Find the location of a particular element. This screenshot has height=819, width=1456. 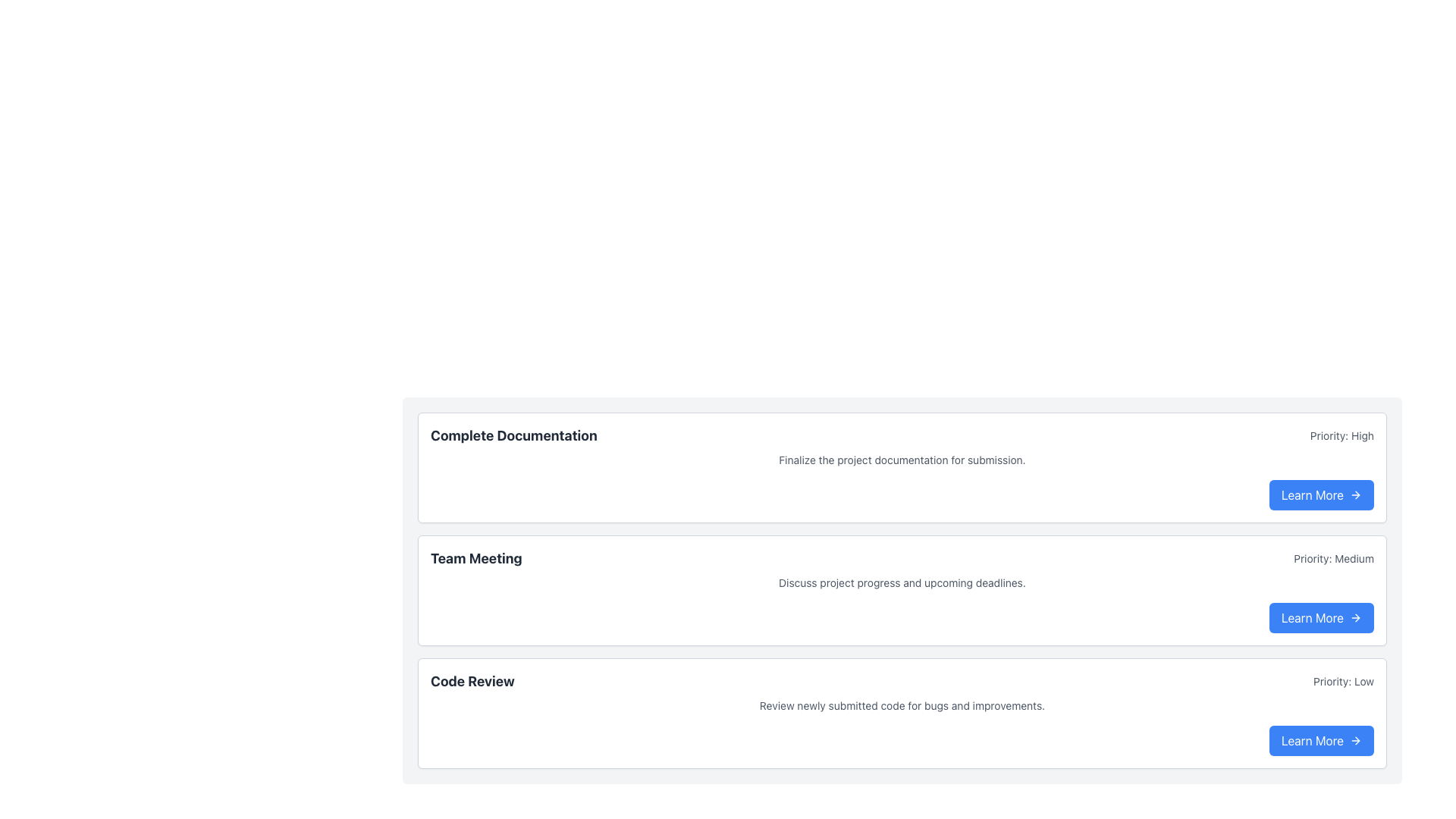

the bold text label reading 'Code Review' which is located in the bottommost card of a vertical list of task cards, aligned to the left is located at coordinates (472, 680).